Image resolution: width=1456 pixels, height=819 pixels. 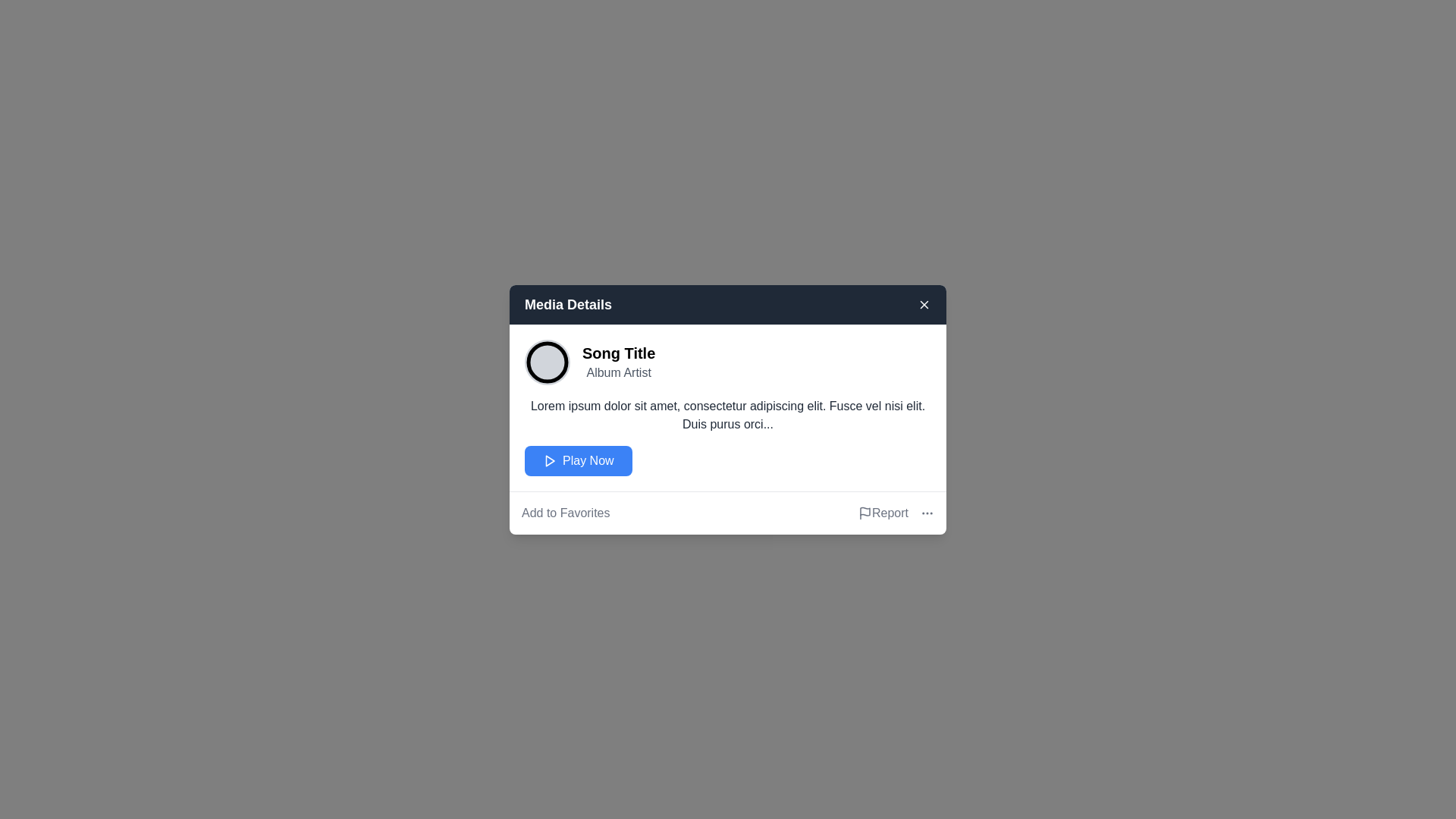 What do you see at coordinates (924, 304) in the screenshot?
I see `the 'X' icon button in the top-right corner of the dark navy-blue header bar` at bounding box center [924, 304].